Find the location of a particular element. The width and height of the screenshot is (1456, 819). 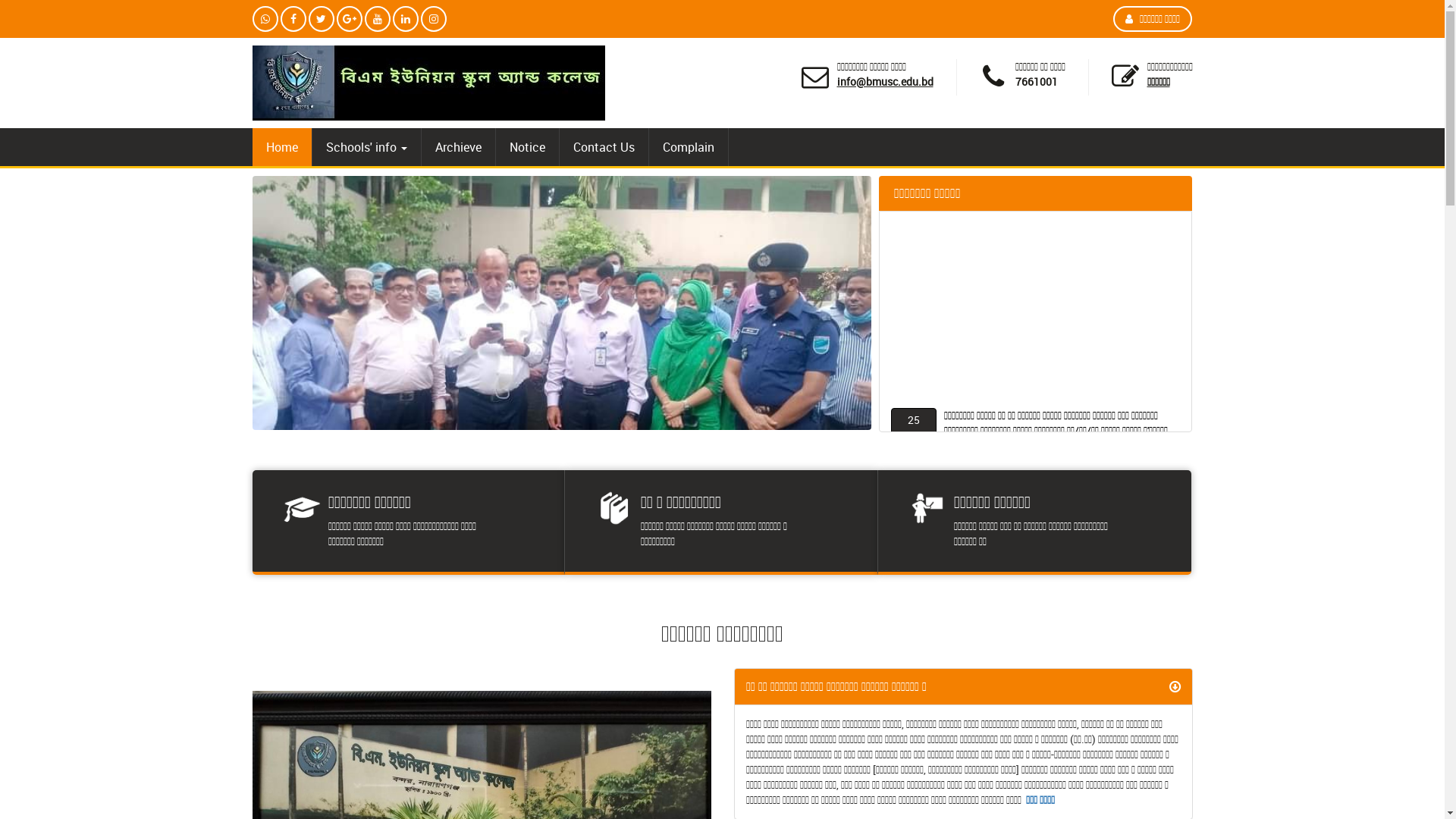

'Archieve' is located at coordinates (457, 146).